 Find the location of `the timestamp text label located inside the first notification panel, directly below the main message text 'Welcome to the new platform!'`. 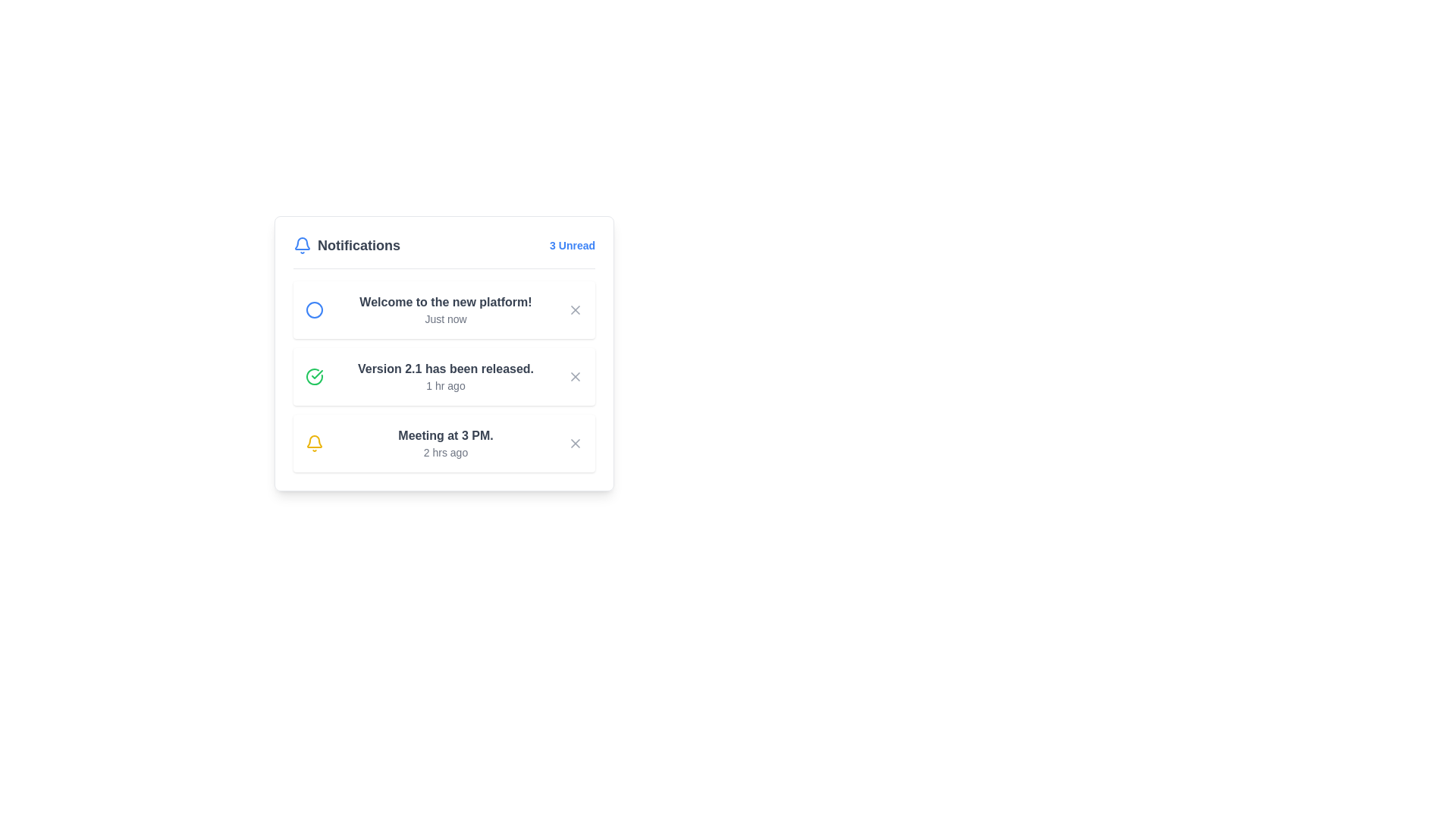

the timestamp text label located inside the first notification panel, directly below the main message text 'Welcome to the new platform!' is located at coordinates (445, 318).